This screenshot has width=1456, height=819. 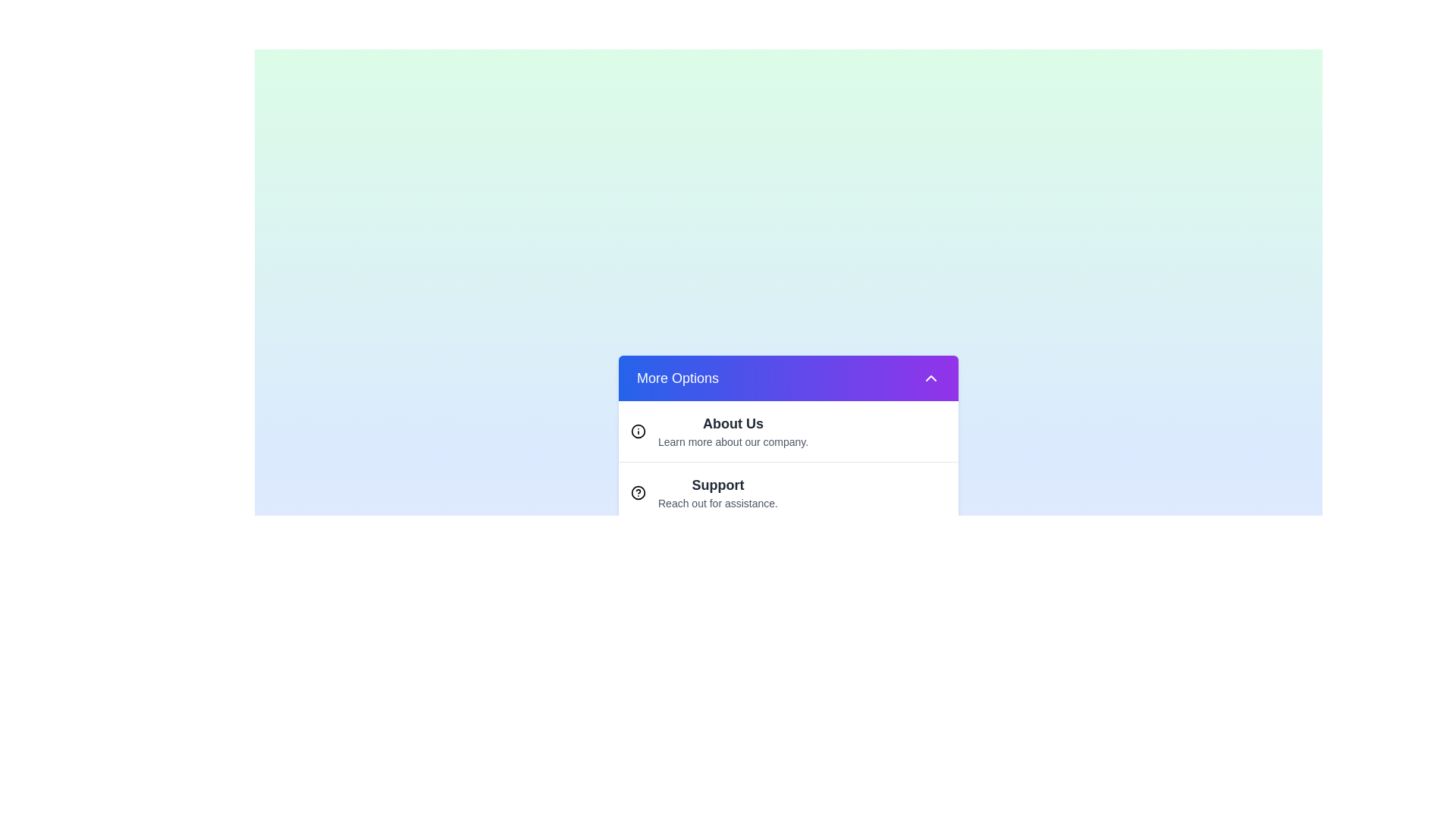 What do you see at coordinates (789, 431) in the screenshot?
I see `the option About Us from the dropdown menu` at bounding box center [789, 431].